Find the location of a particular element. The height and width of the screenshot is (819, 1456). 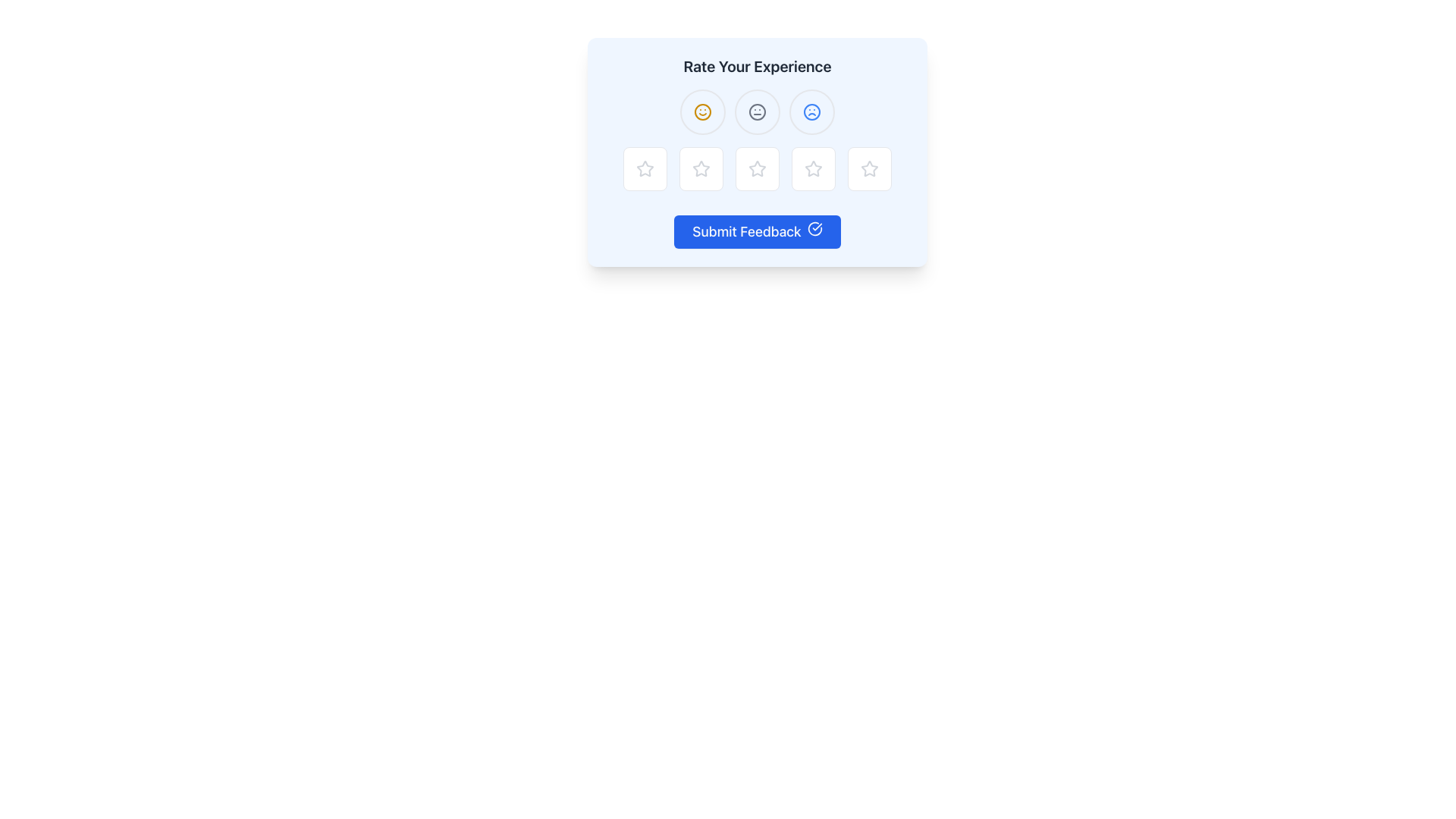

the SVG Circle element that serves as a decorative or symbolic part of the SVG icon, located second from left in a horizontal row of three icons under the heading 'Rate Your Experience' is located at coordinates (757, 111).